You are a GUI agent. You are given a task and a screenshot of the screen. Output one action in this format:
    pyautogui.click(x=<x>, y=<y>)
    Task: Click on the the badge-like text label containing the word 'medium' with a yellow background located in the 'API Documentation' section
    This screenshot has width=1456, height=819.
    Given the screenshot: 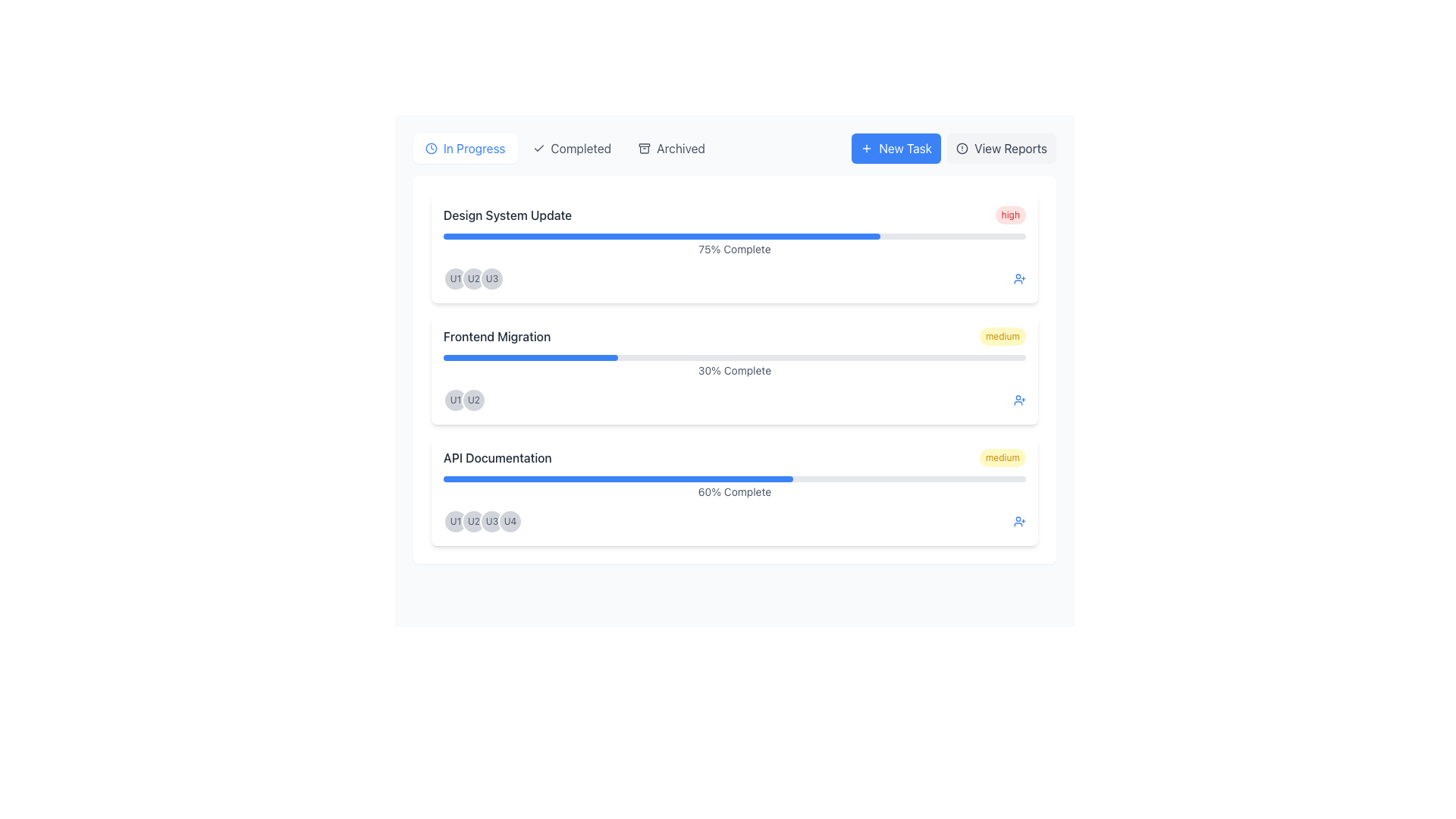 What is the action you would take?
    pyautogui.click(x=1003, y=457)
    